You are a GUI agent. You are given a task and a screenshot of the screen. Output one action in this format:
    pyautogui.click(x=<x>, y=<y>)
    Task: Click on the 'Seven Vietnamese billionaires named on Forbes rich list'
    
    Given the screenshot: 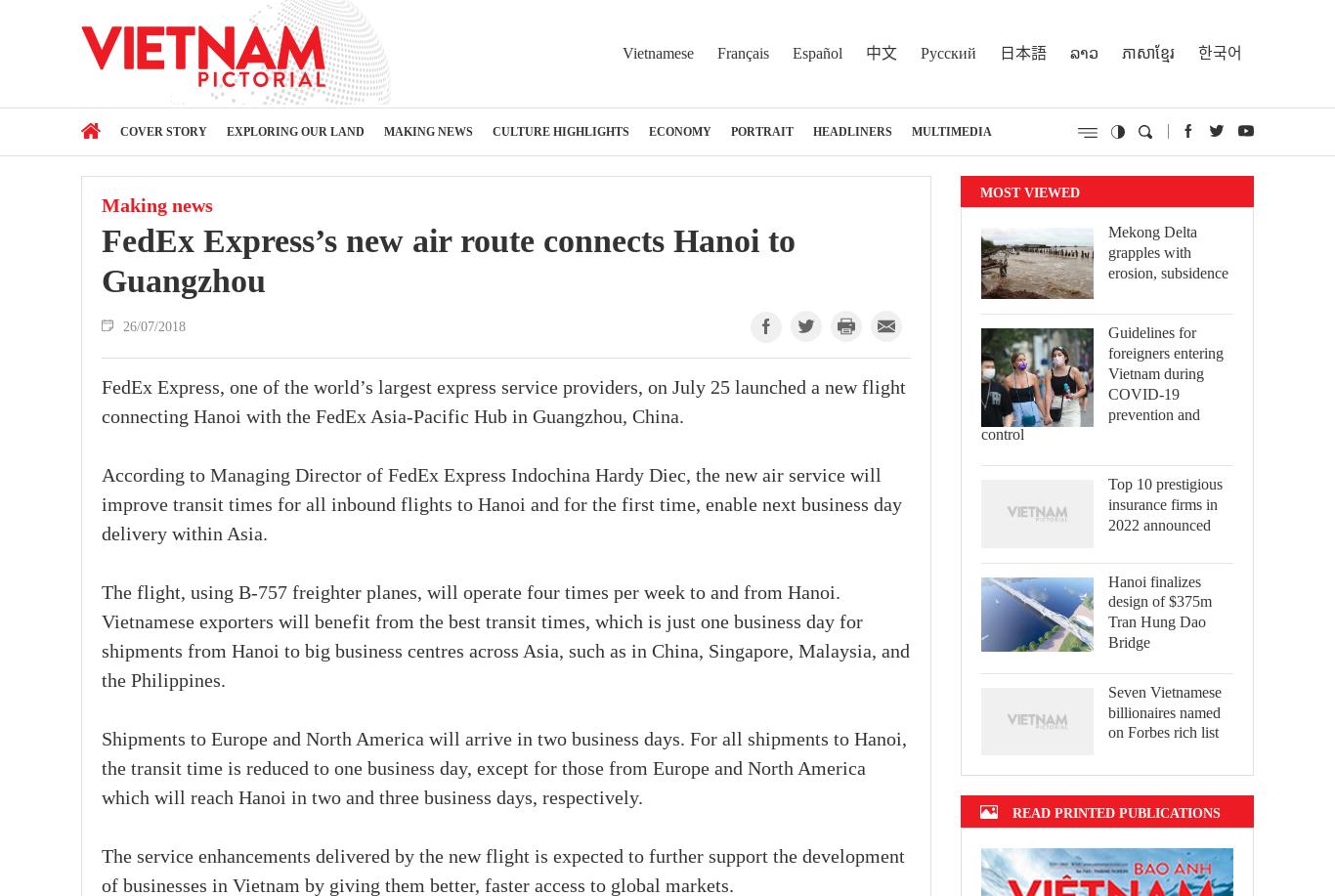 What is the action you would take?
    pyautogui.click(x=1164, y=710)
    